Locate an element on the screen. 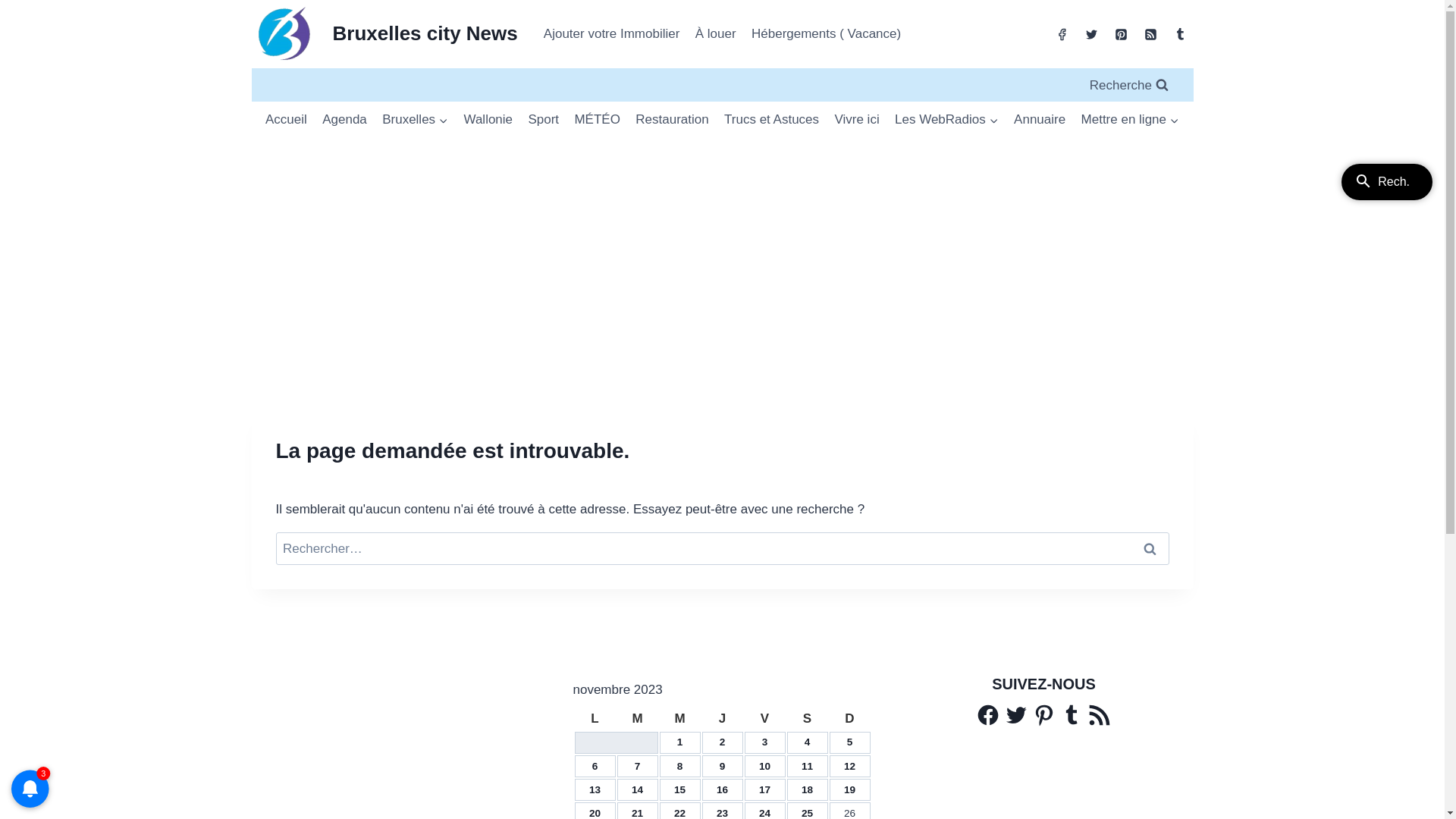  '7' is located at coordinates (637, 765).